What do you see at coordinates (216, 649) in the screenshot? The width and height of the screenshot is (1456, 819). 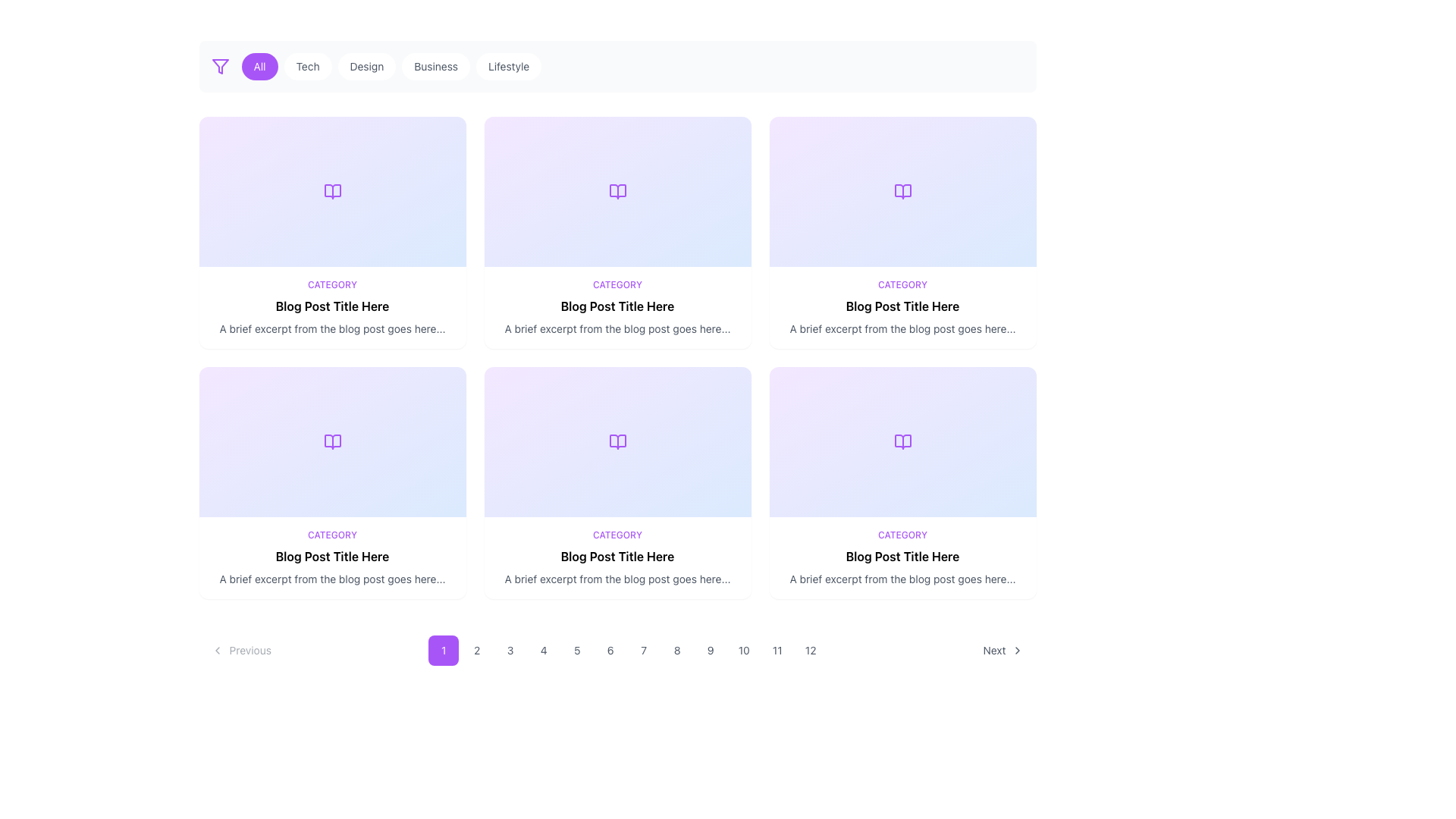 I see `the left-facing chevron icon, which is part of the 'Previous' button located in the pagination section at the bottom-left corner of the page` at bounding box center [216, 649].